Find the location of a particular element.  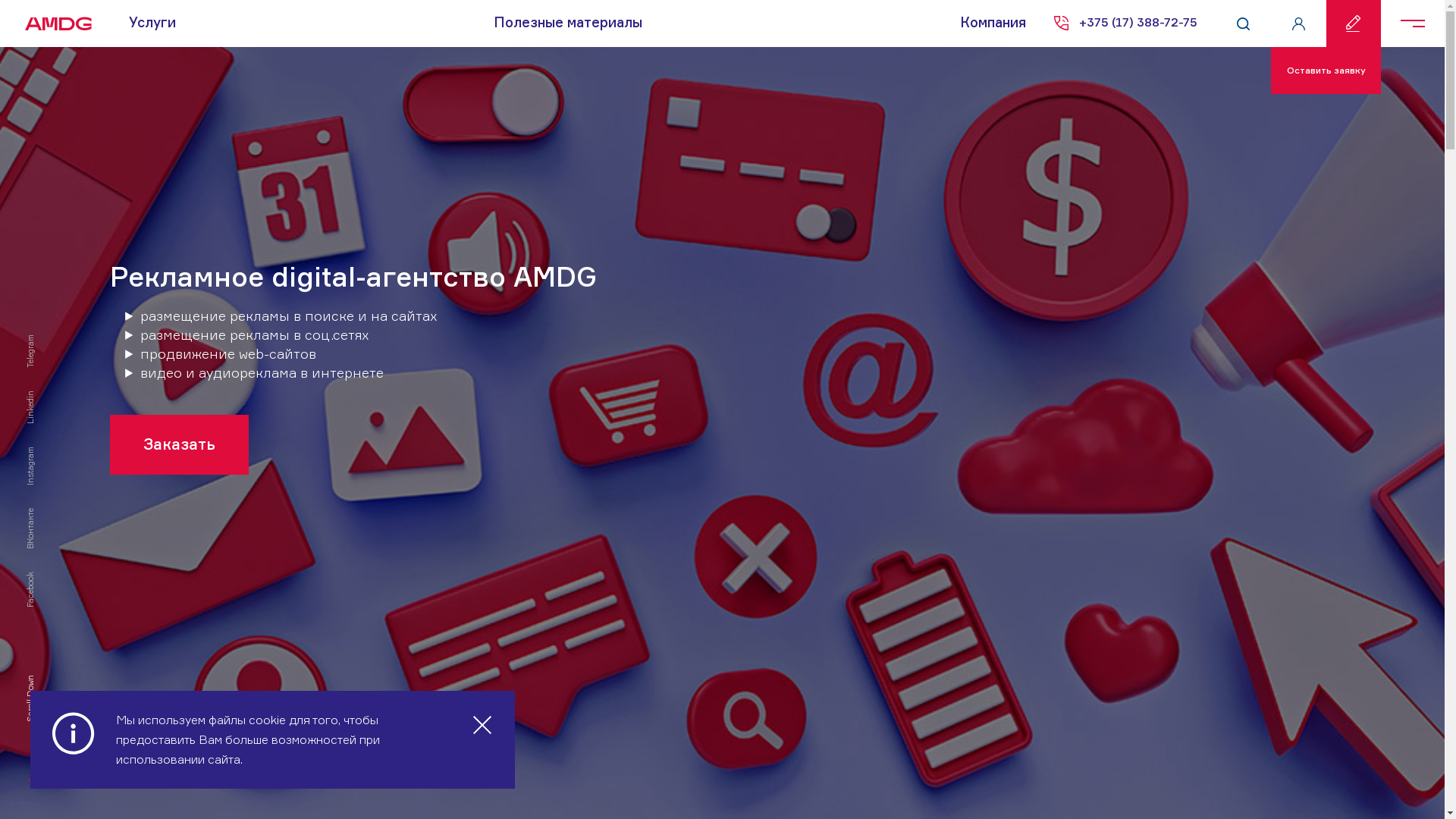

'Instagram' is located at coordinates (44, 451).